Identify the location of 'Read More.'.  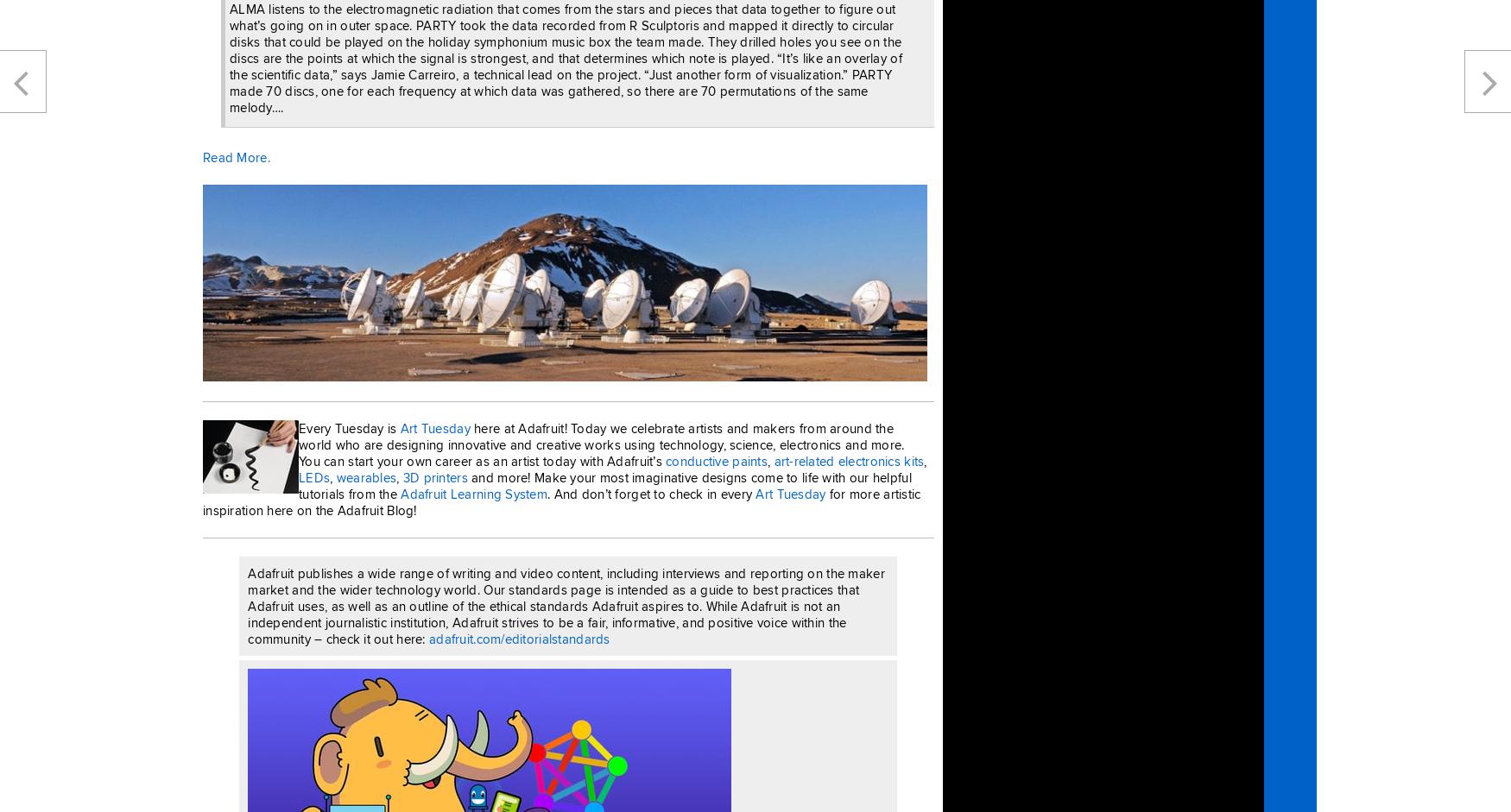
(235, 156).